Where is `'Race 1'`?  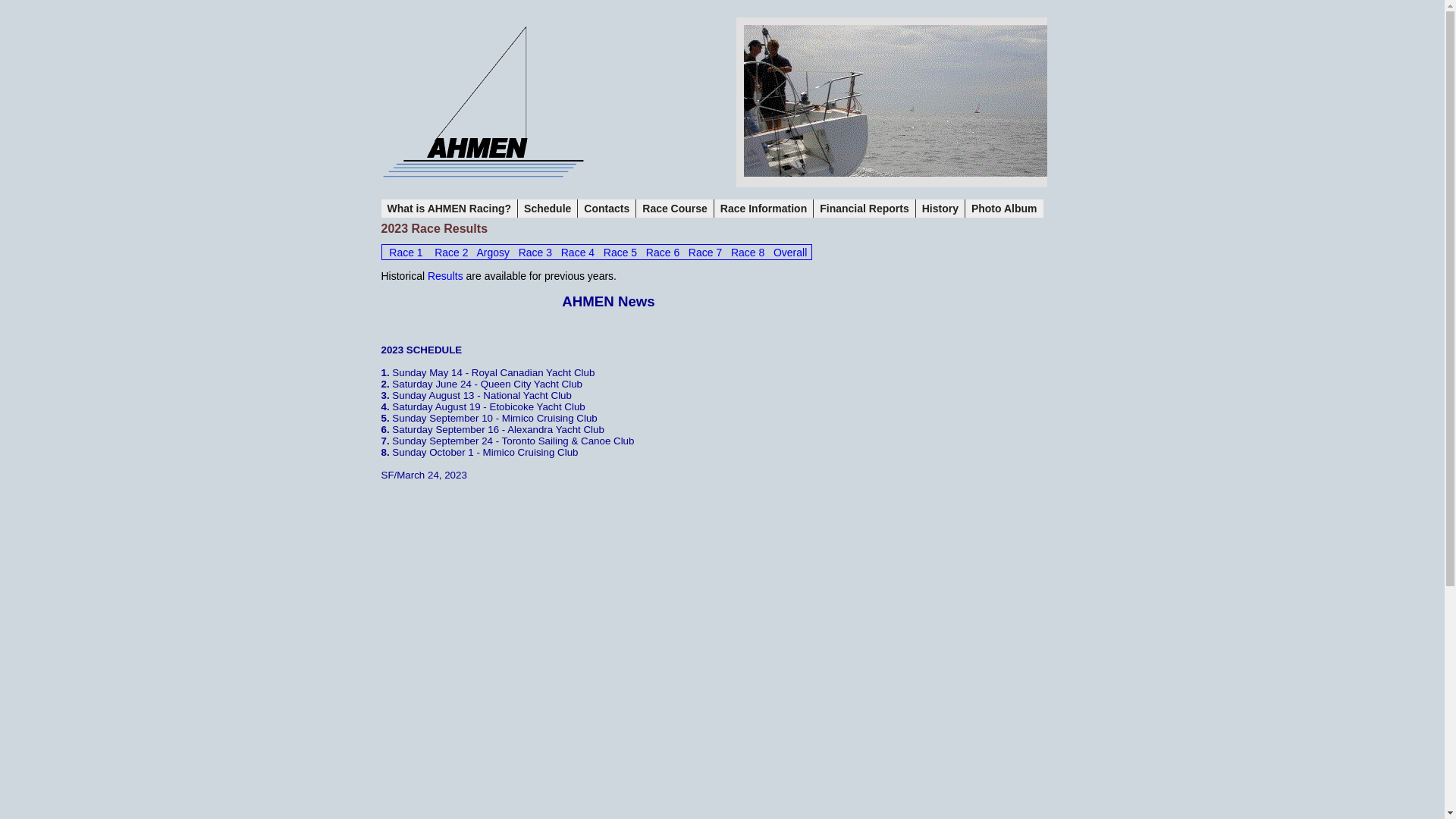
'Race 1' is located at coordinates (405, 251).